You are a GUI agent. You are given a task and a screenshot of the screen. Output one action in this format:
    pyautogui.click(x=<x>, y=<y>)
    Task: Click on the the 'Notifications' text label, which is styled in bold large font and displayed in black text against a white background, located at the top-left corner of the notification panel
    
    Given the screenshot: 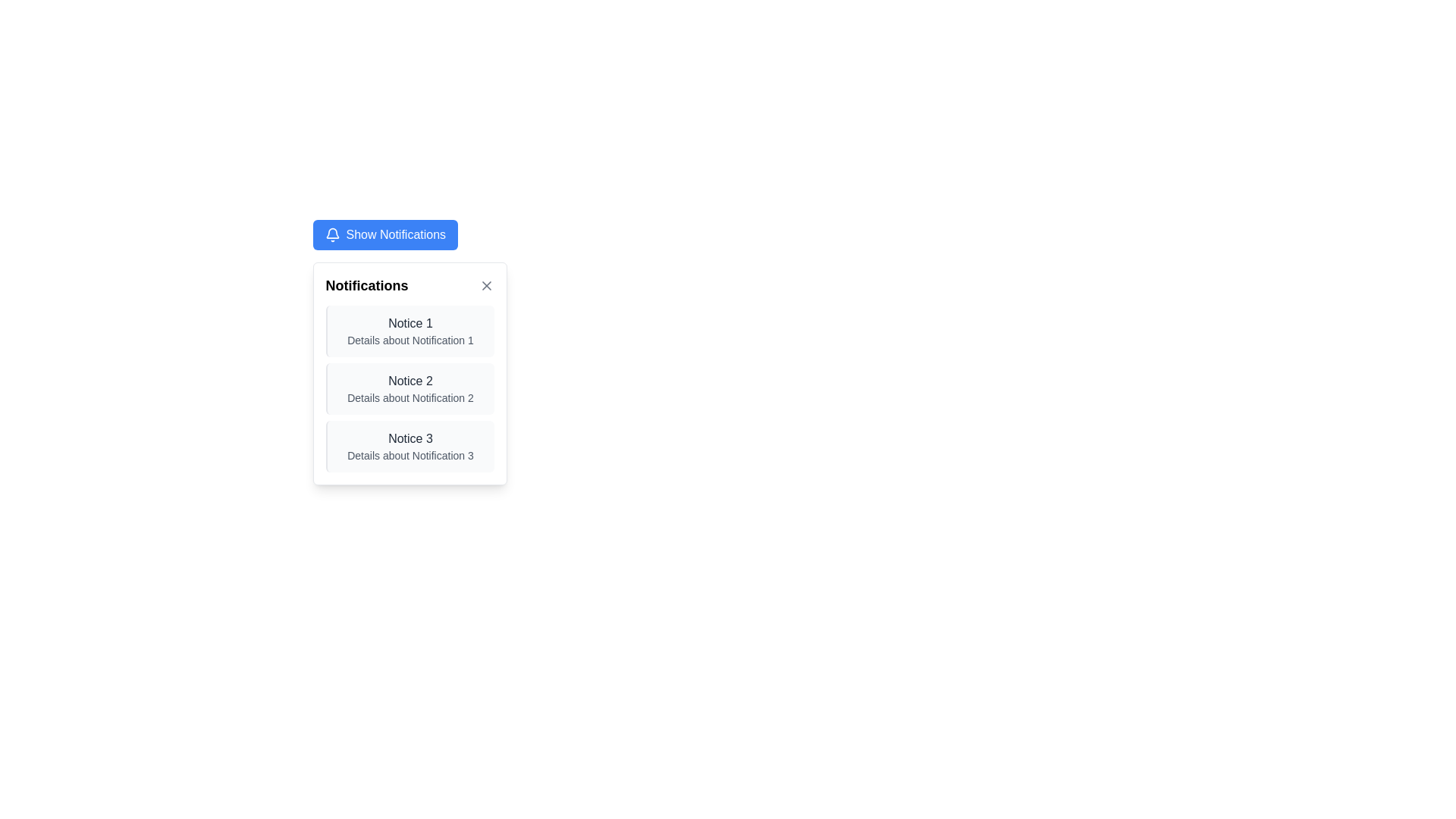 What is the action you would take?
    pyautogui.click(x=367, y=286)
    